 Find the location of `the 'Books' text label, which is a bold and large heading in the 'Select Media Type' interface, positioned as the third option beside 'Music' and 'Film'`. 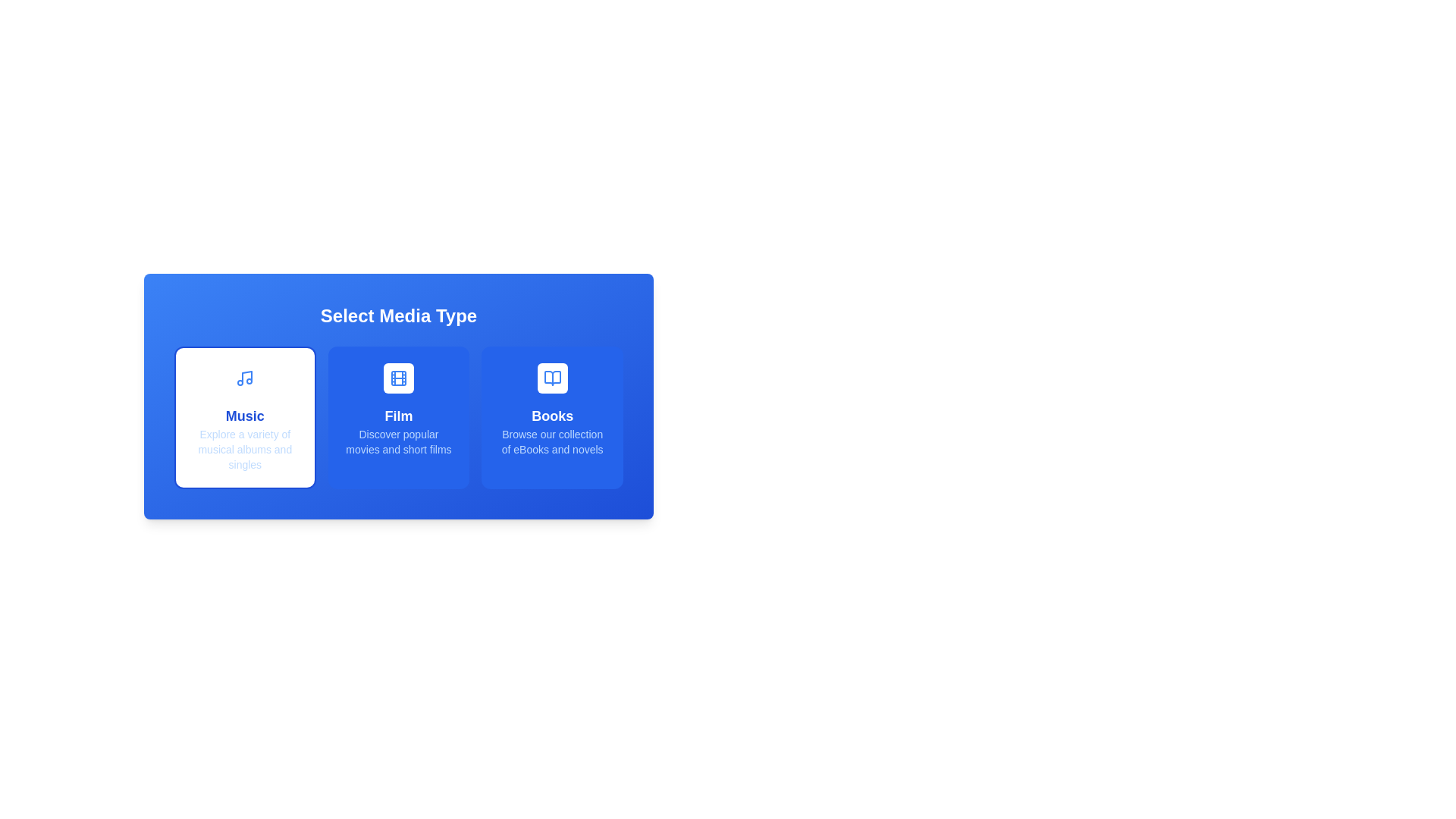

the 'Books' text label, which is a bold and large heading in the 'Select Media Type' interface, positioned as the third option beside 'Music' and 'Film' is located at coordinates (551, 416).